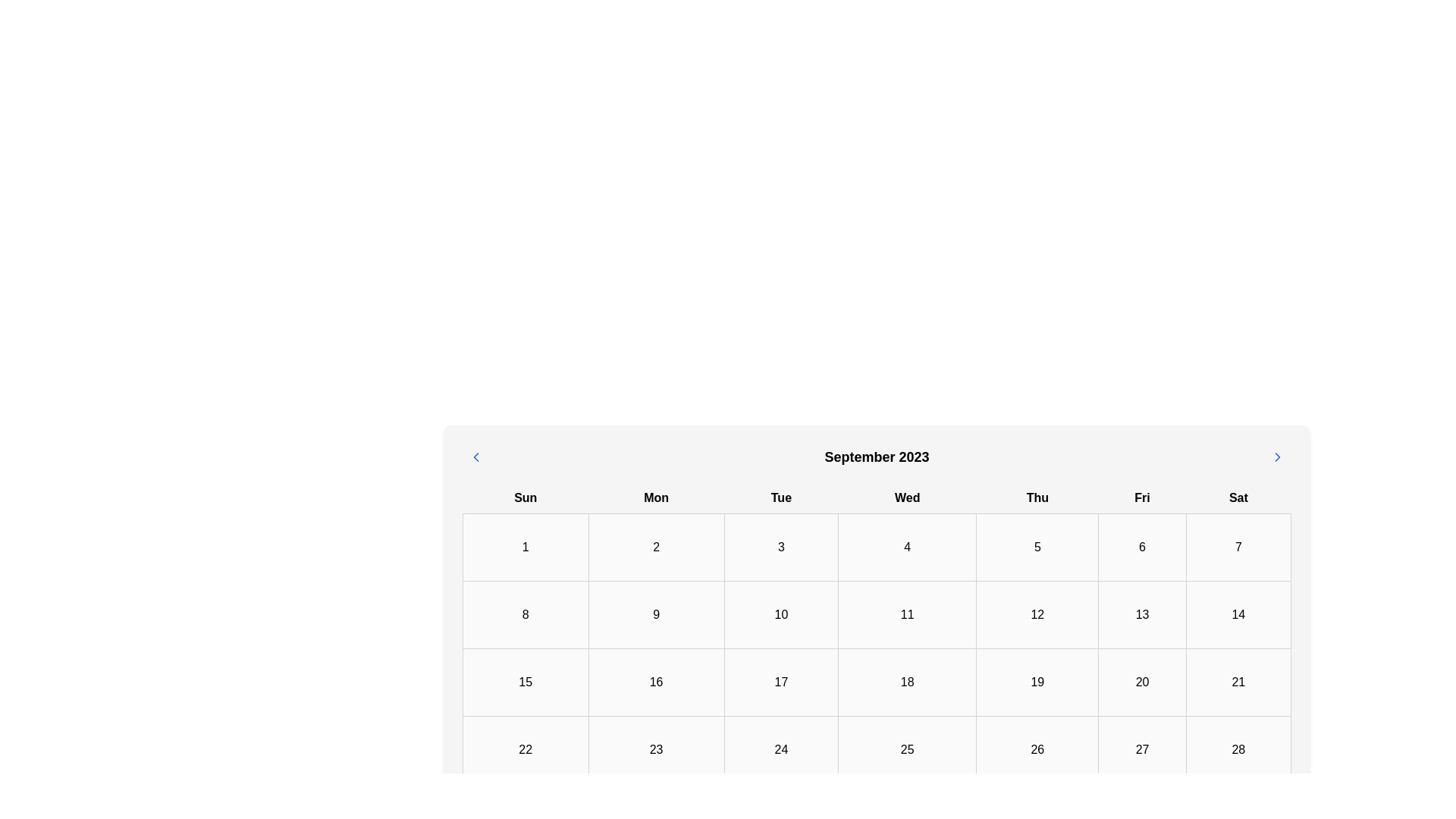 The width and height of the screenshot is (1456, 819). I want to click on the 4th day cell in the calendar view, so click(907, 547).